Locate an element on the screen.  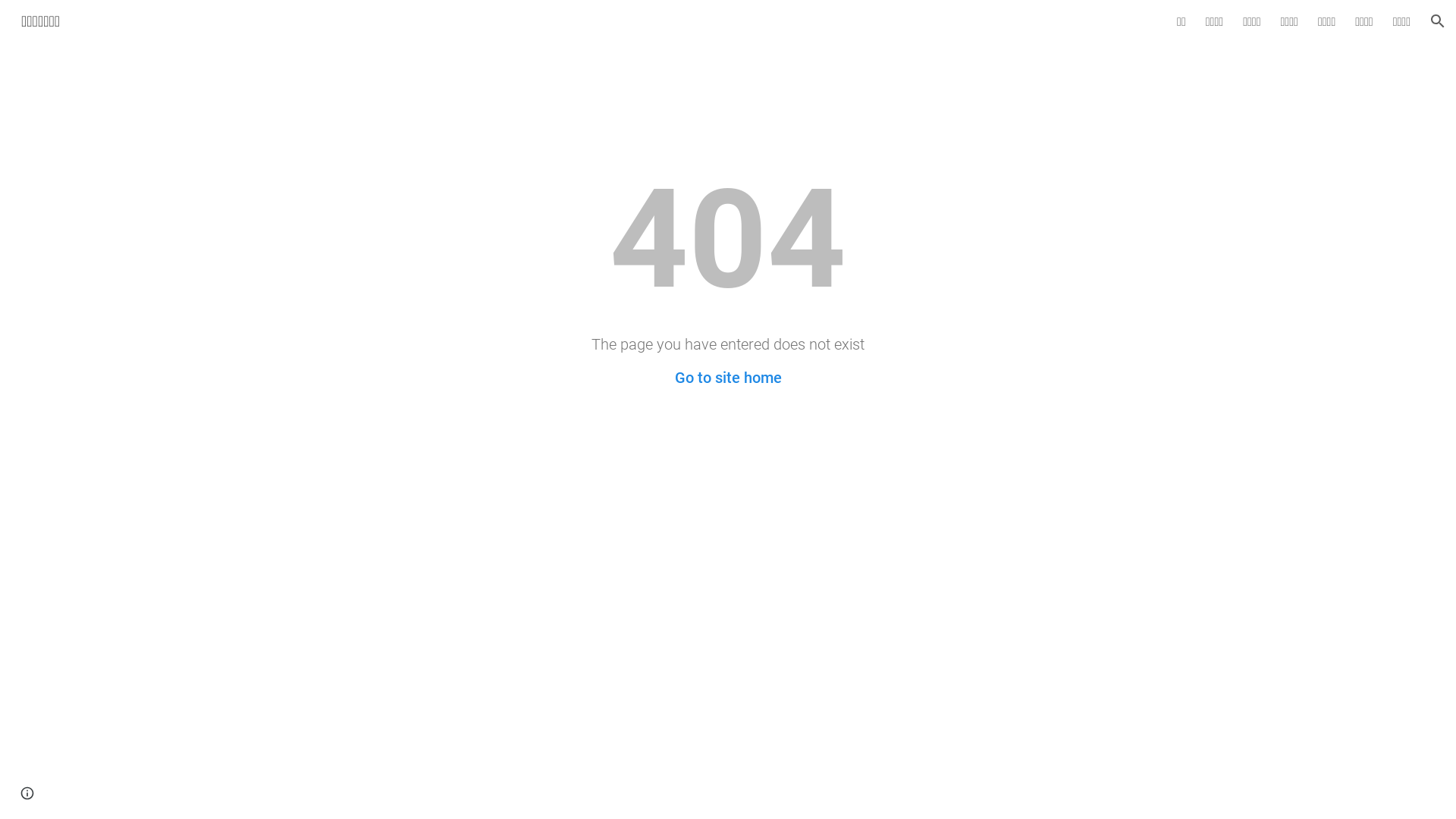
'Go to site home' is located at coordinates (728, 376).